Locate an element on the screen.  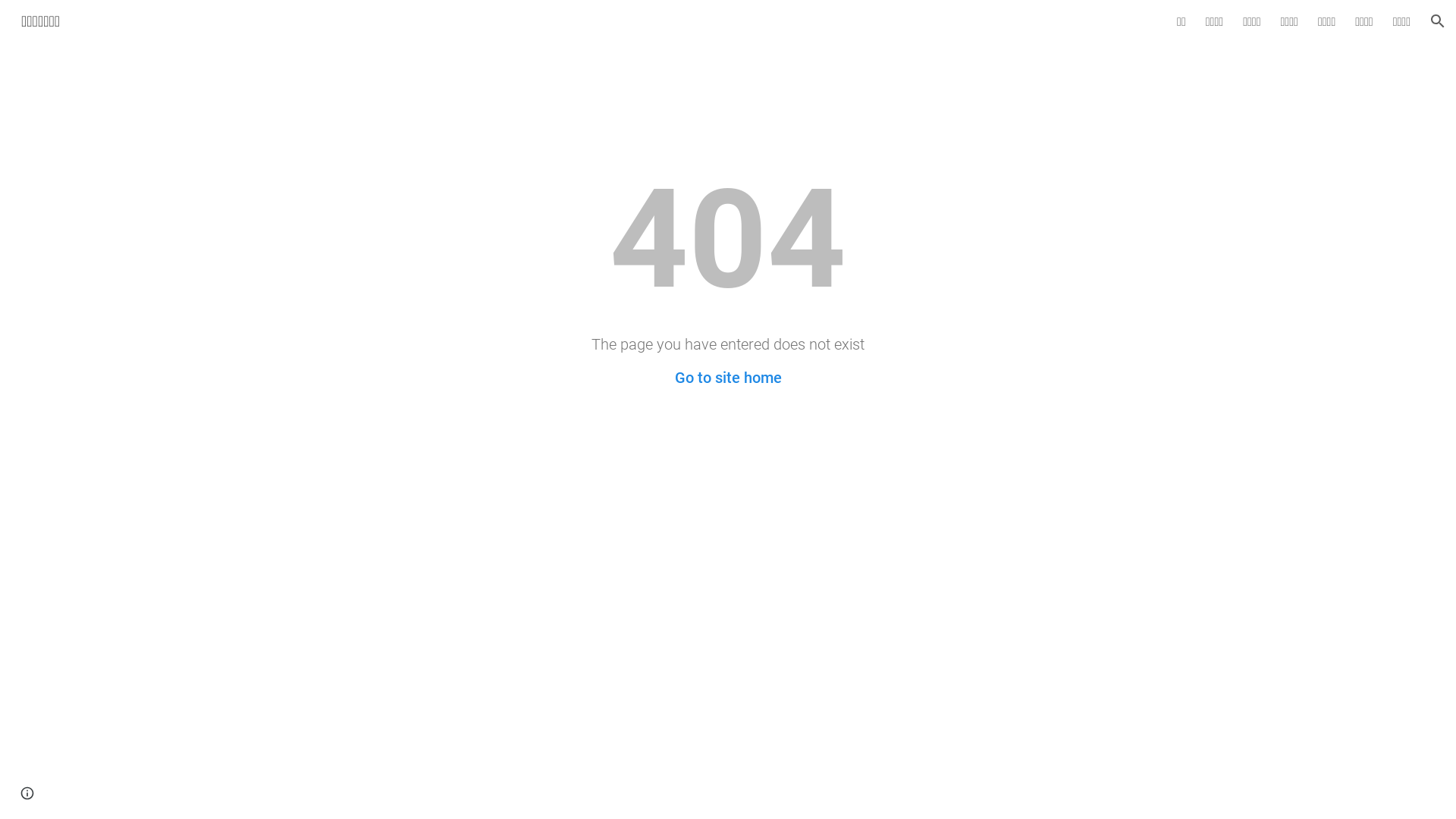
'Go to site home' is located at coordinates (728, 376).